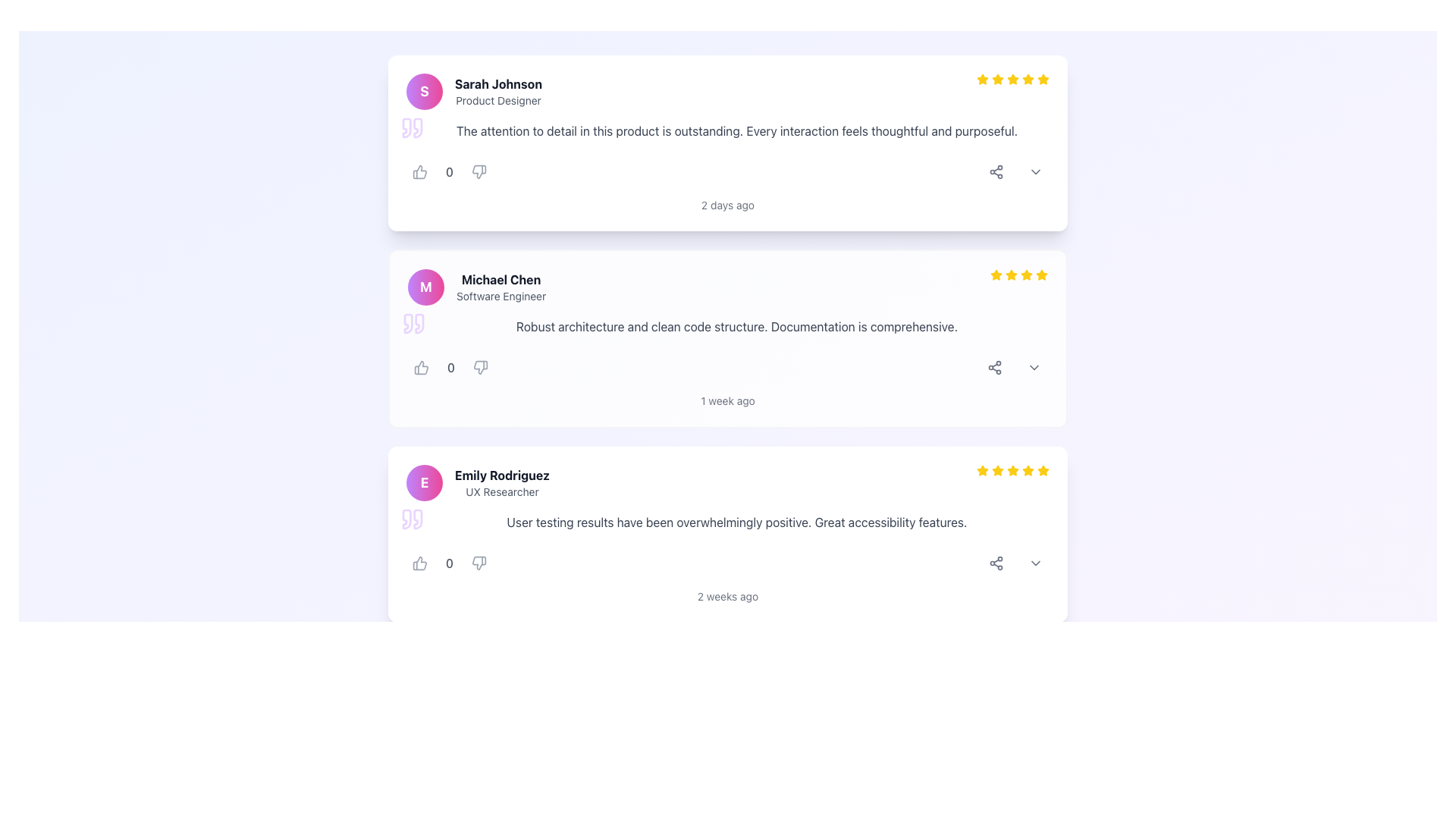 The image size is (1456, 819). Describe the element at coordinates (501, 287) in the screenshot. I see `the text display containing 'Michael Chen' and 'Software Engineer', which is located in the middle of the second card of a list, to the right of a circular avatar` at that location.